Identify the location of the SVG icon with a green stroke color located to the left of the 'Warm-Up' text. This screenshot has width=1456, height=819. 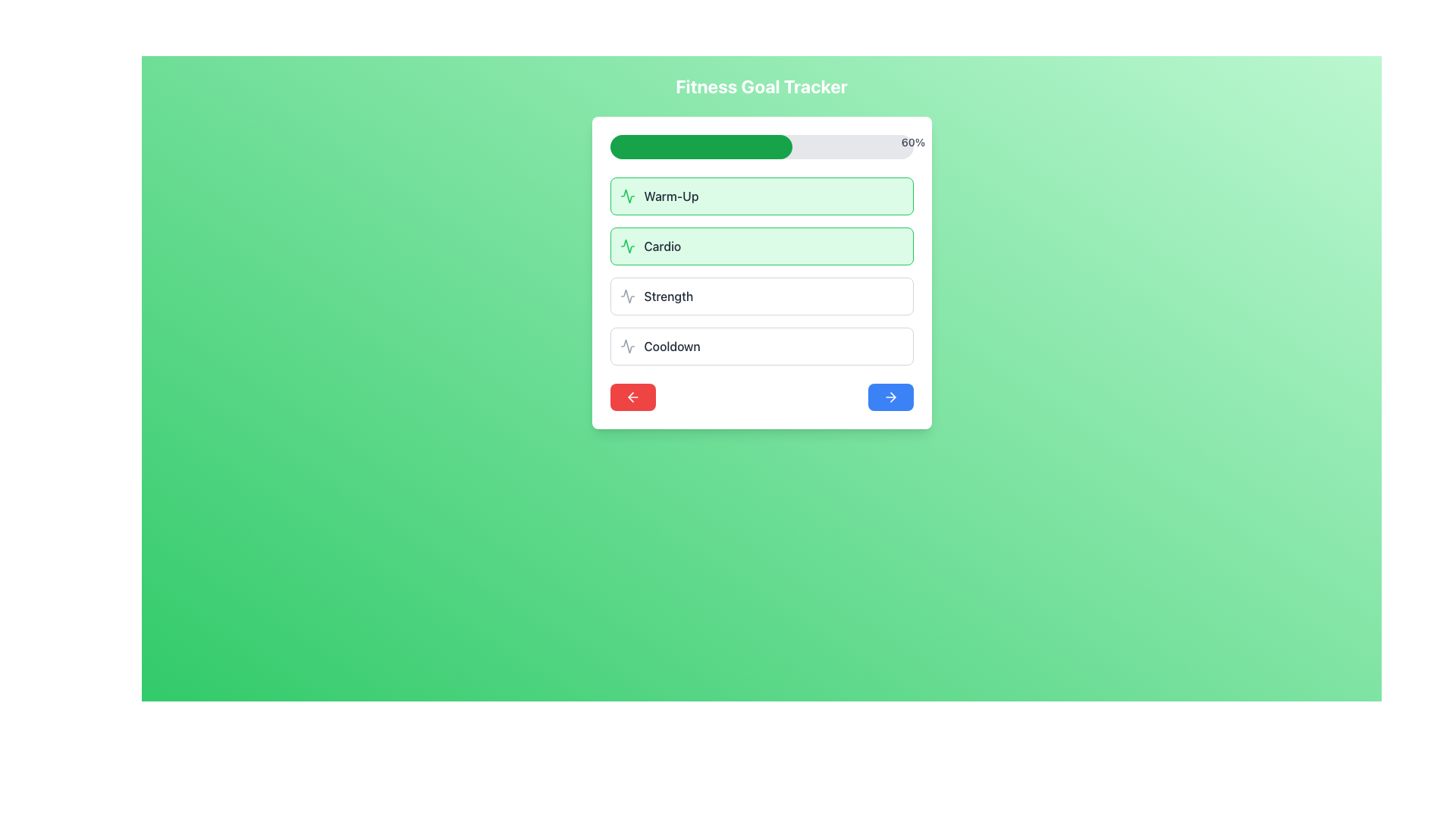
(627, 195).